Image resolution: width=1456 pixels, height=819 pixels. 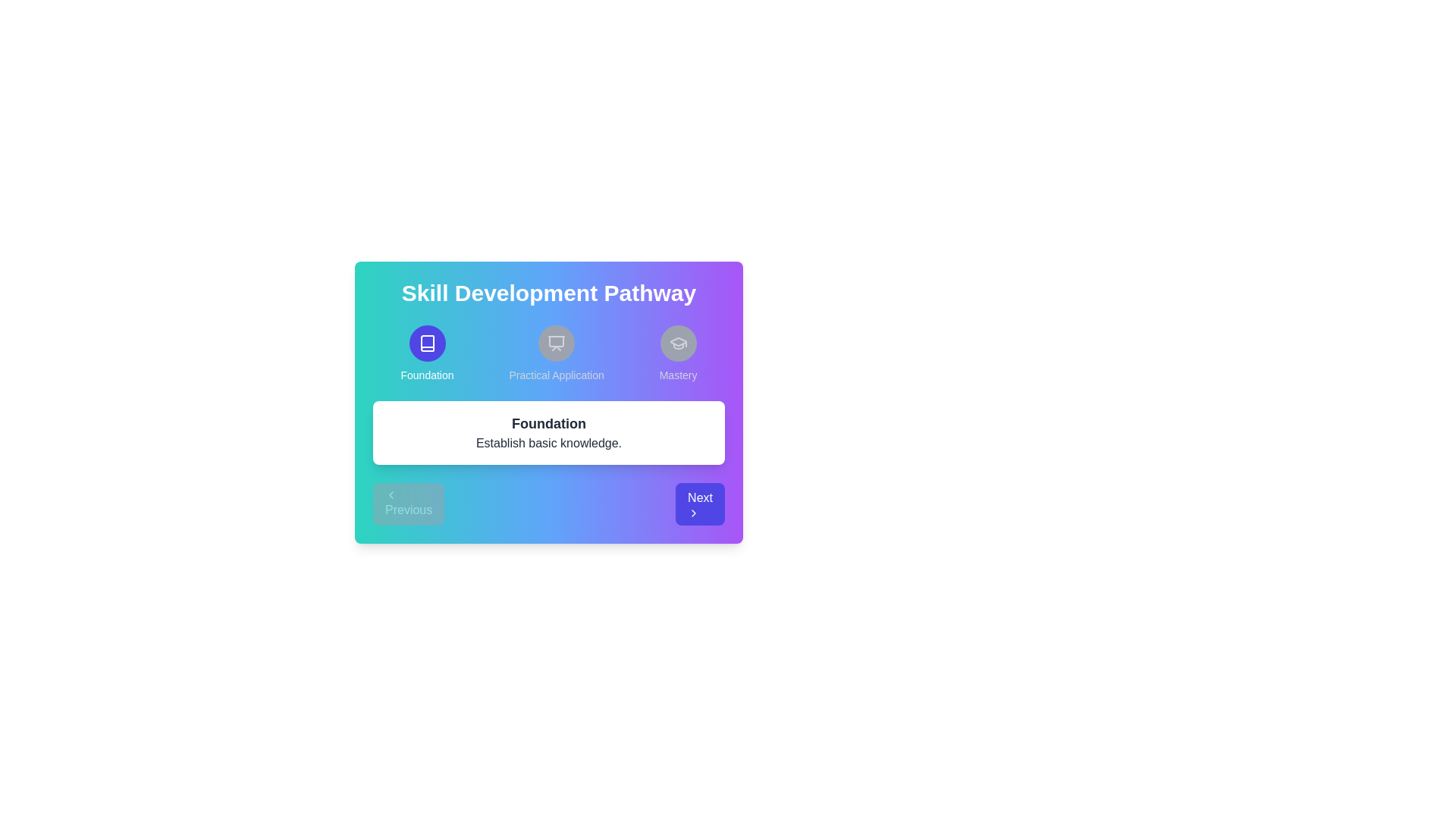 I want to click on the phase indicator for Foundation to jump to that phase, so click(x=426, y=353).